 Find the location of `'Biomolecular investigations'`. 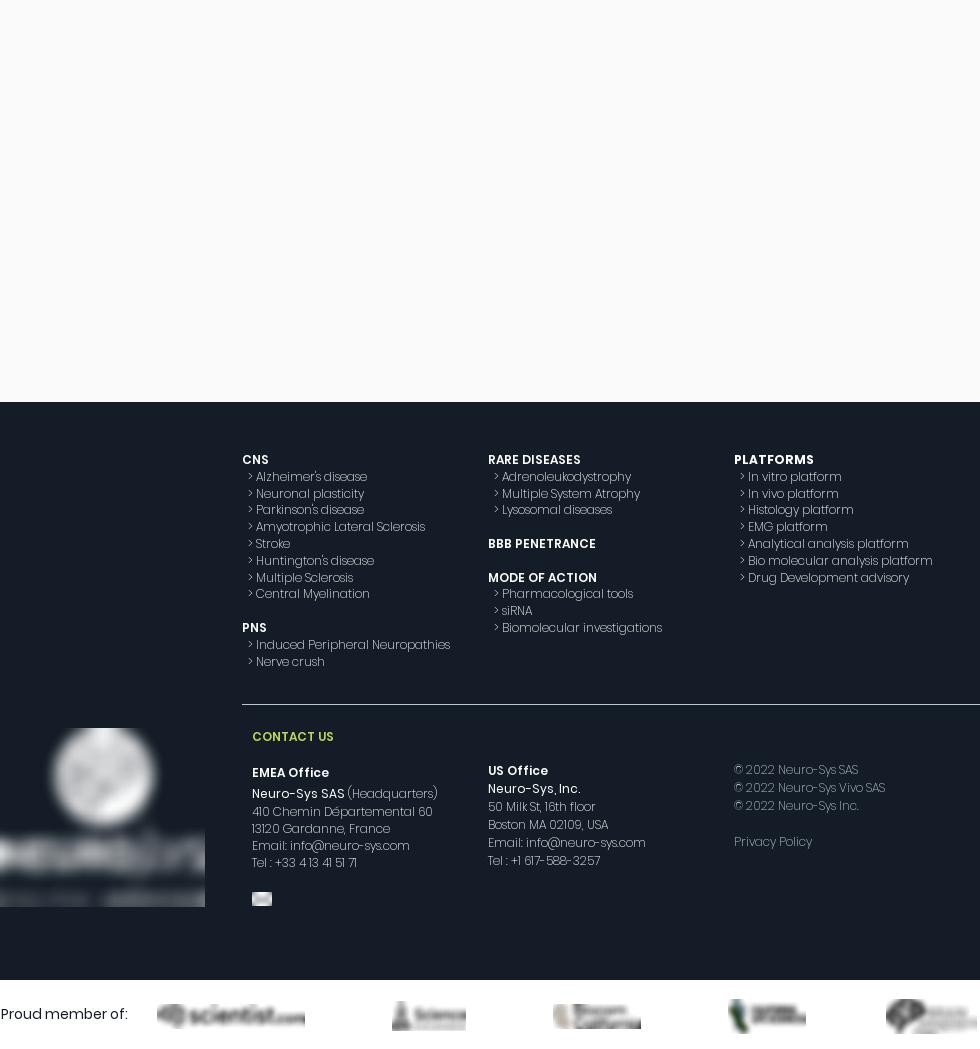

'Biomolecular investigations' is located at coordinates (582, 626).